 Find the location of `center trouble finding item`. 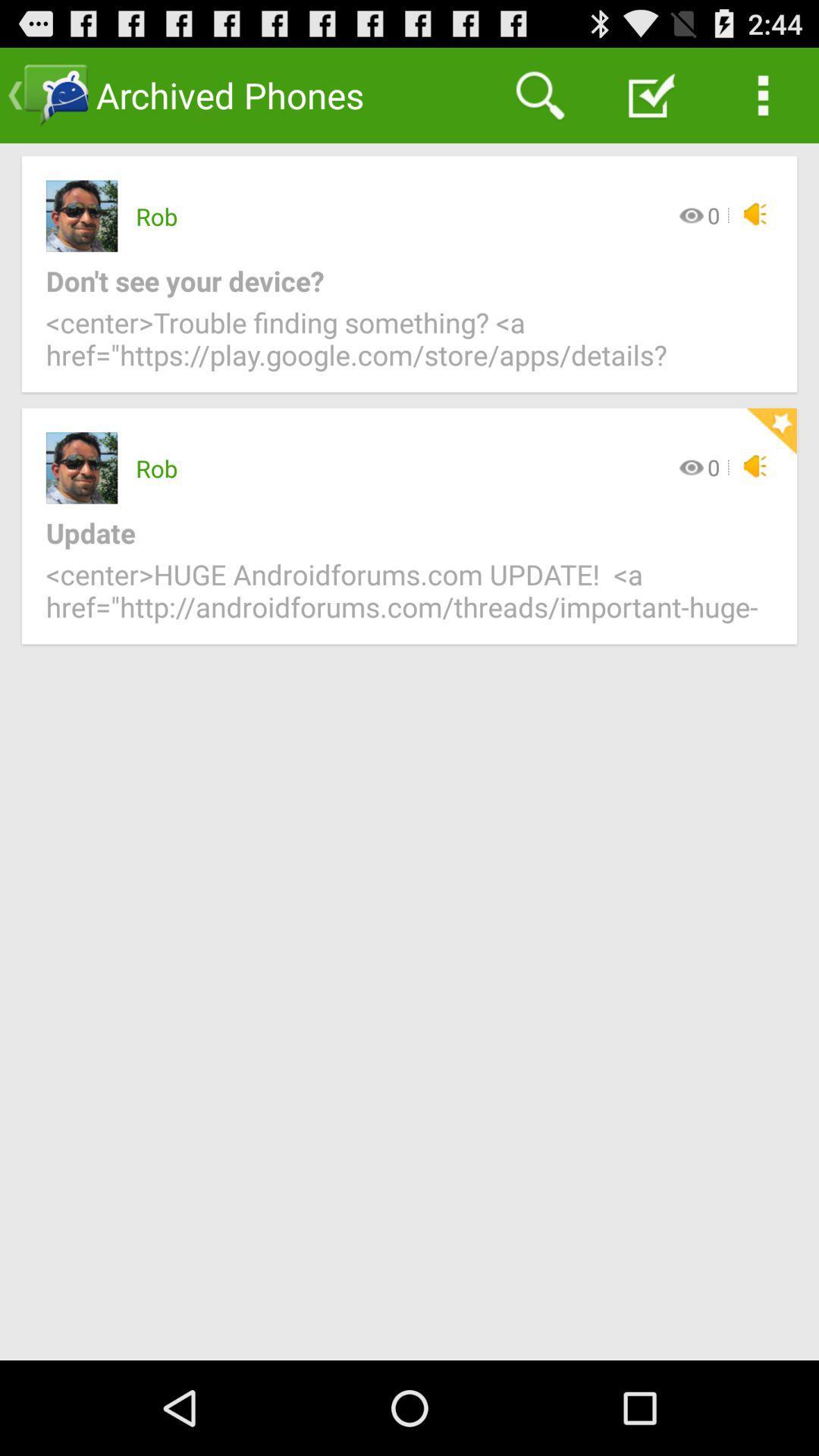

center trouble finding item is located at coordinates (409, 347).